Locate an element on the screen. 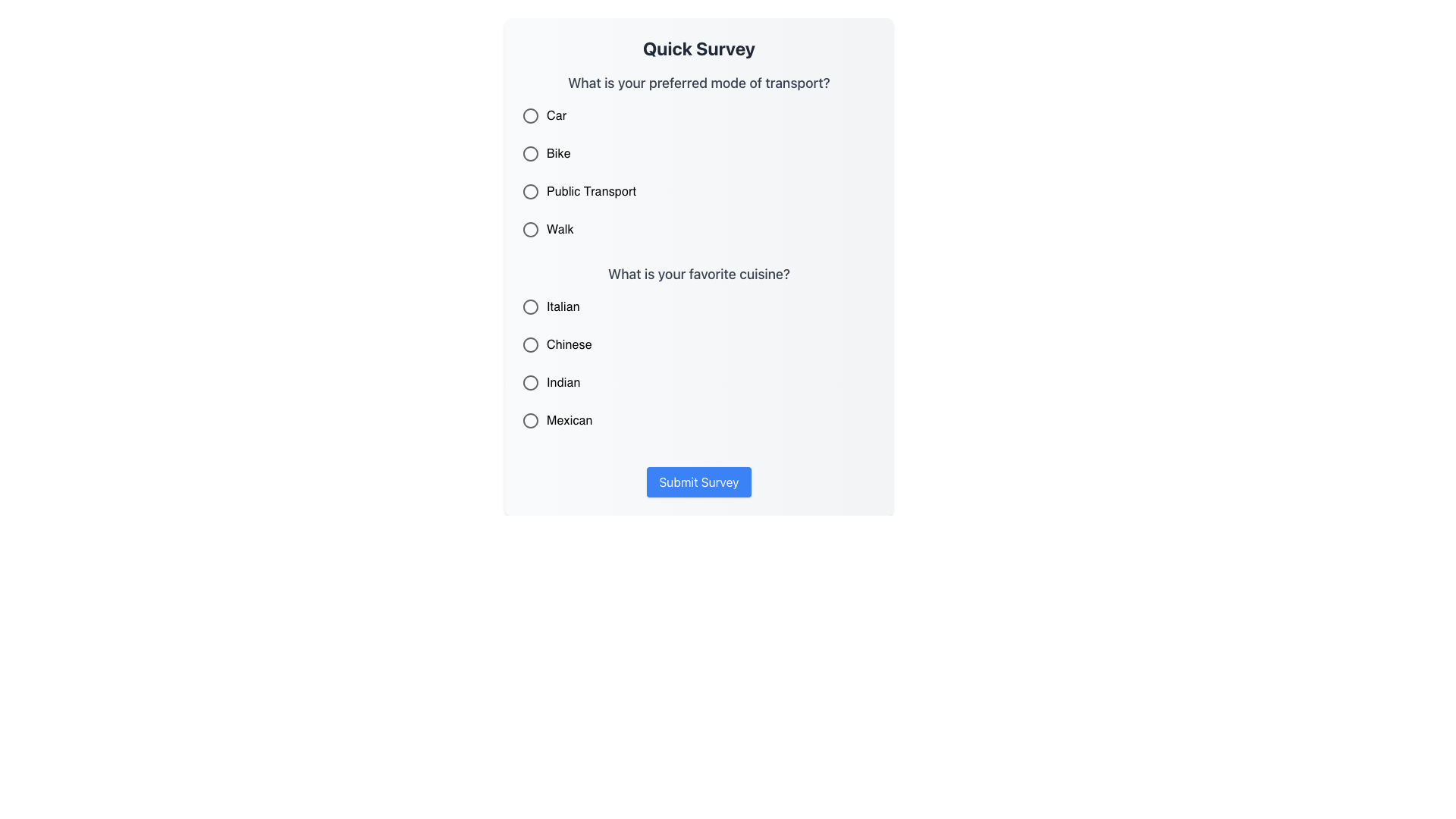  the third radio button labeled 'Chinese' in the survey question 'What is your favorite cuisine?' is located at coordinates (531, 345).